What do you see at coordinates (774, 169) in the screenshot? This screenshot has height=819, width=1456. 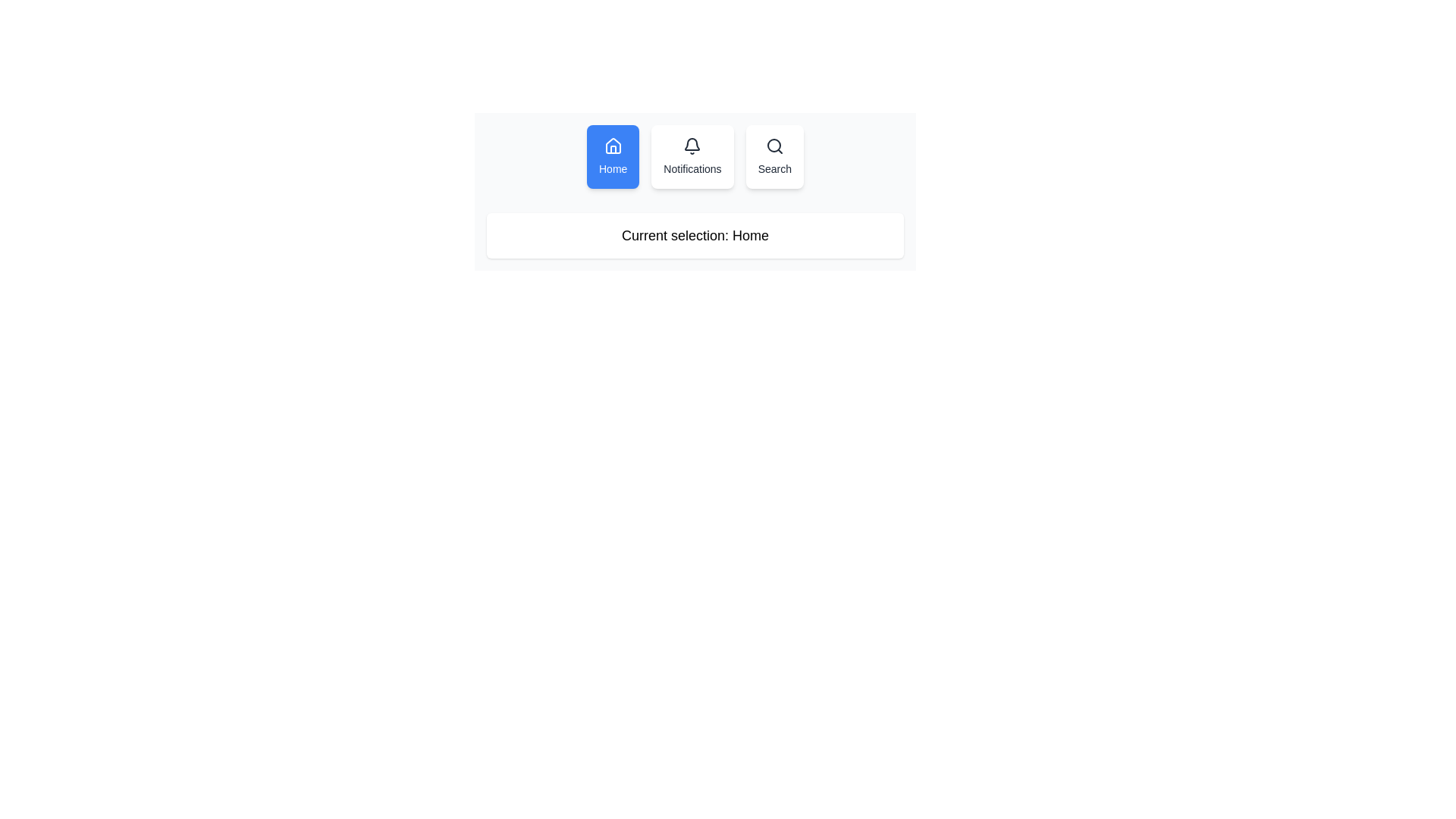 I see `the 'Search' text label located below the magnifying glass icon in the navigation menu` at bounding box center [774, 169].